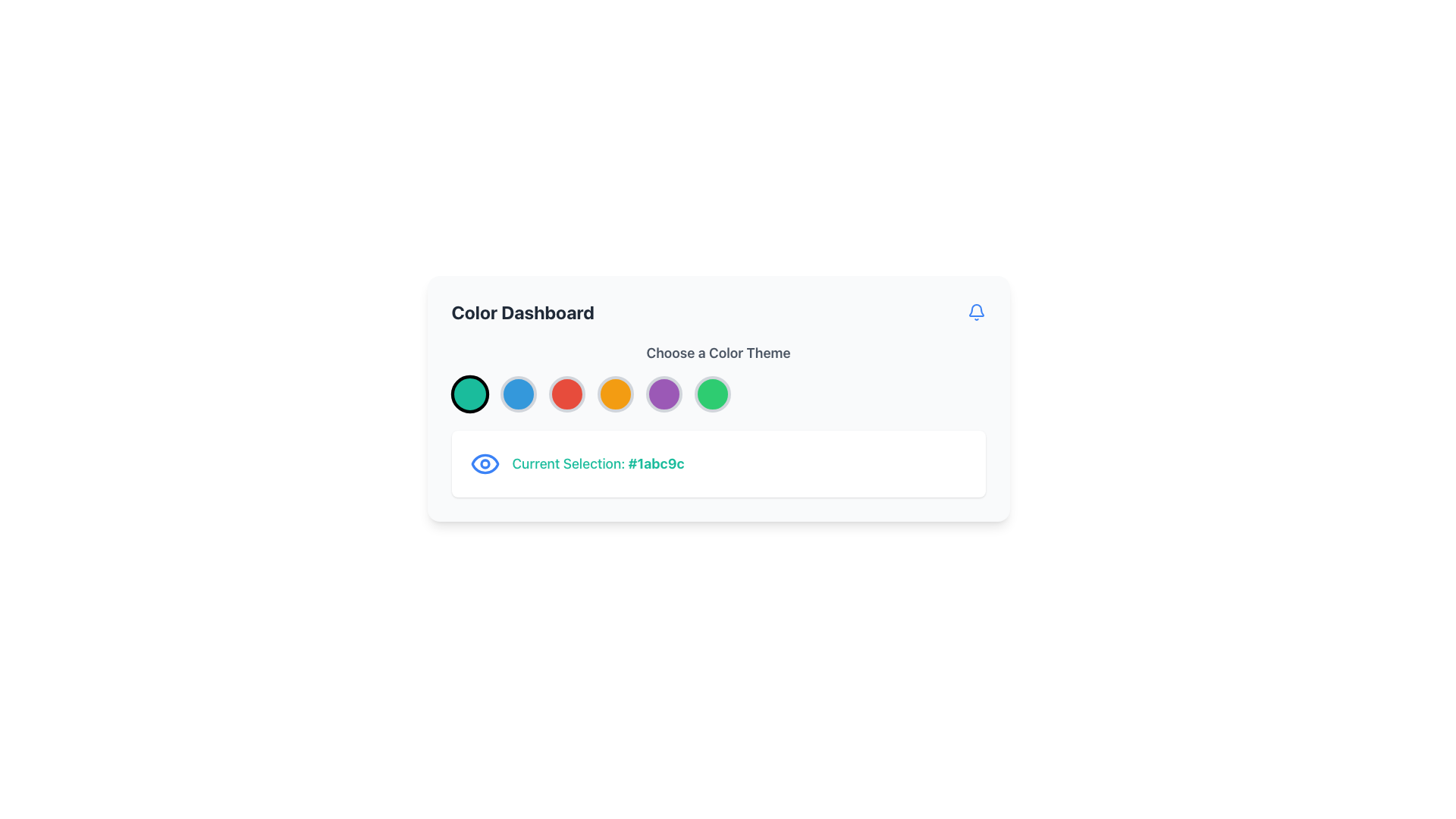 This screenshot has width=1456, height=819. What do you see at coordinates (484, 463) in the screenshot?
I see `the blue eye icon located on the left side of the section labeled 'Current Selection: #1abc9c' within a white rounded rectangle box` at bounding box center [484, 463].